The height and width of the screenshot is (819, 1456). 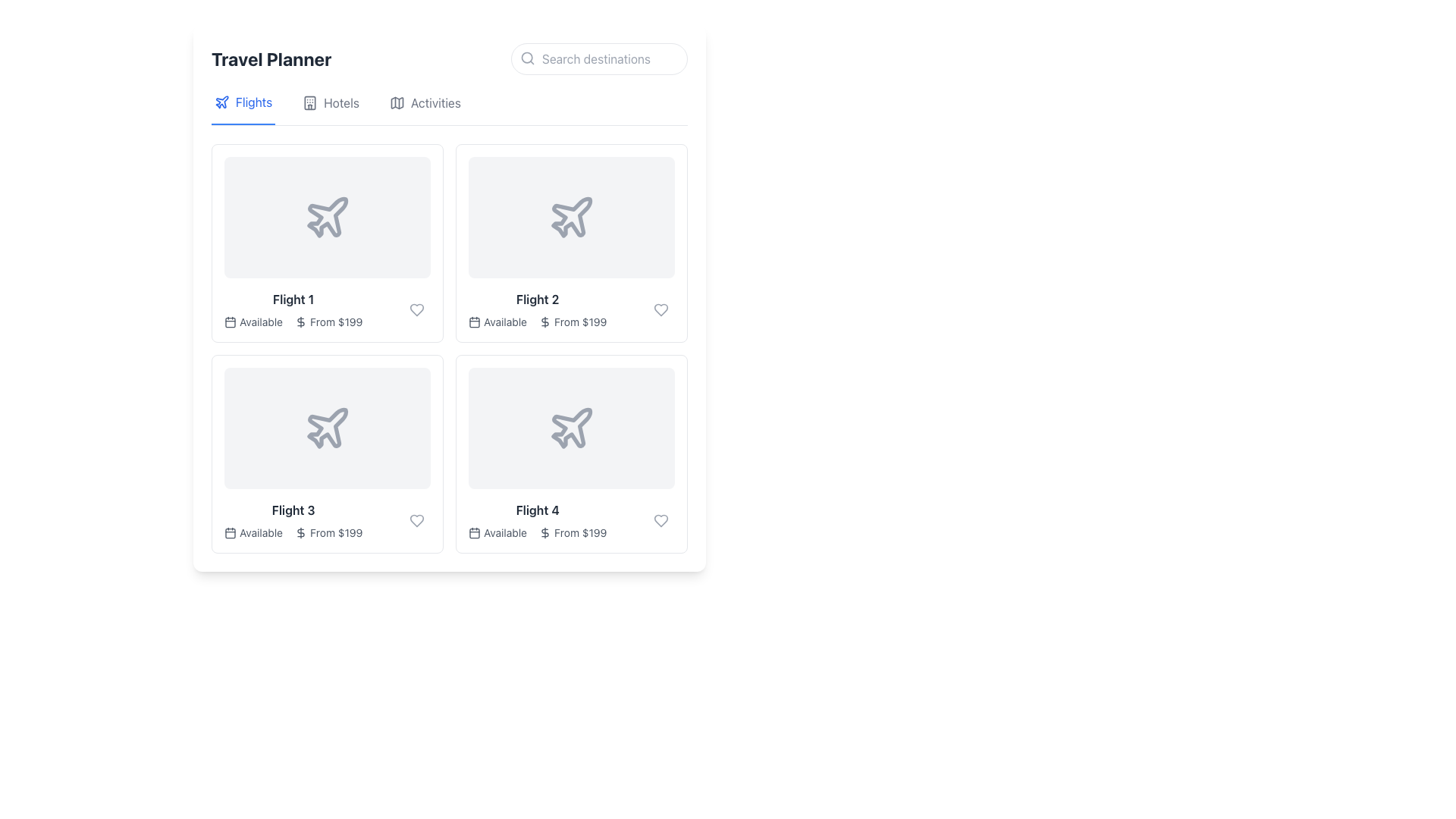 I want to click on the availability status Label with icon for 'Flight 3', located in the lower-left section of the card, underneath the flight's image and above the price information, so click(x=253, y=532).